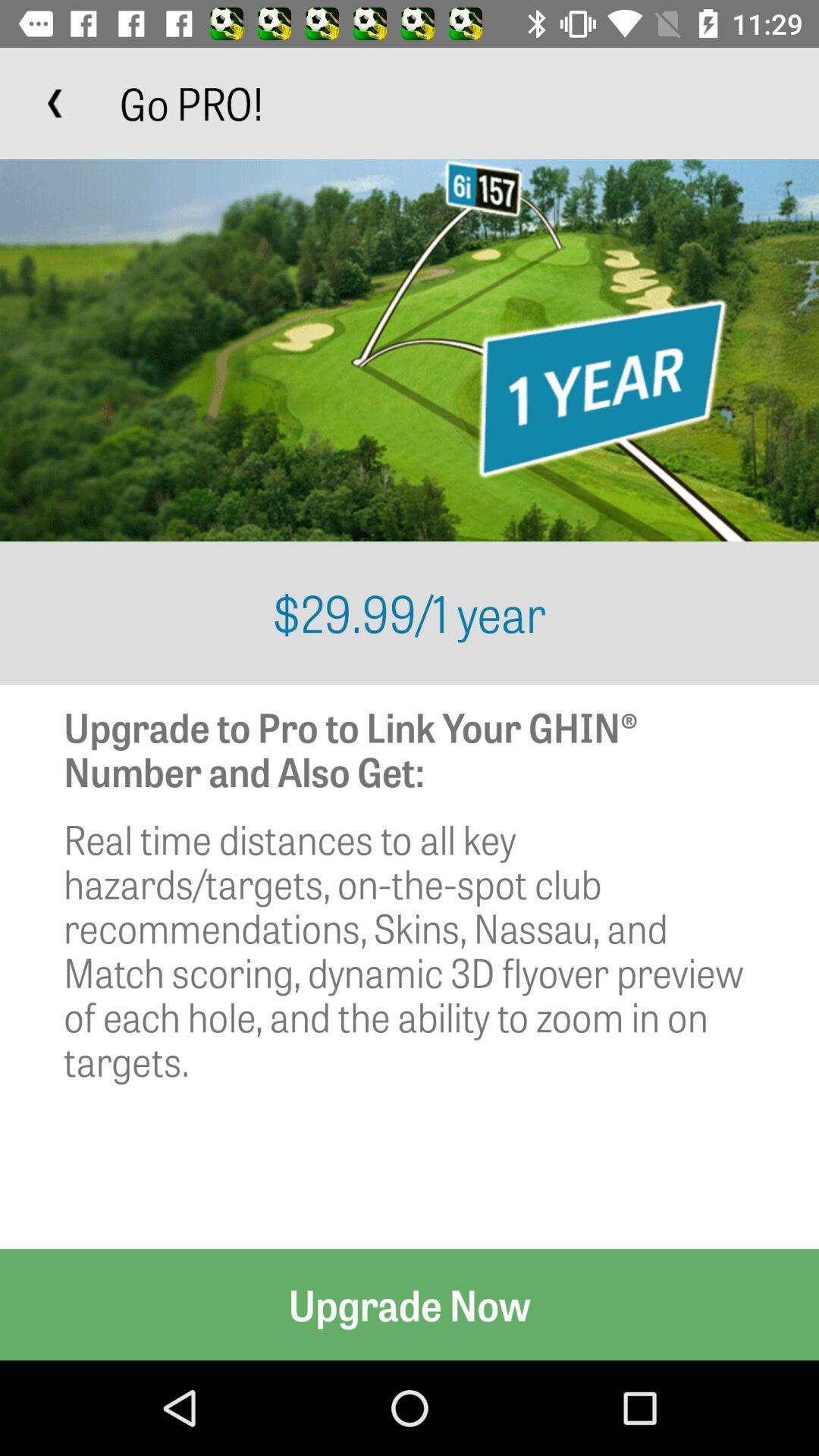  What do you see at coordinates (55, 102) in the screenshot?
I see `icon next to go pro! app` at bounding box center [55, 102].